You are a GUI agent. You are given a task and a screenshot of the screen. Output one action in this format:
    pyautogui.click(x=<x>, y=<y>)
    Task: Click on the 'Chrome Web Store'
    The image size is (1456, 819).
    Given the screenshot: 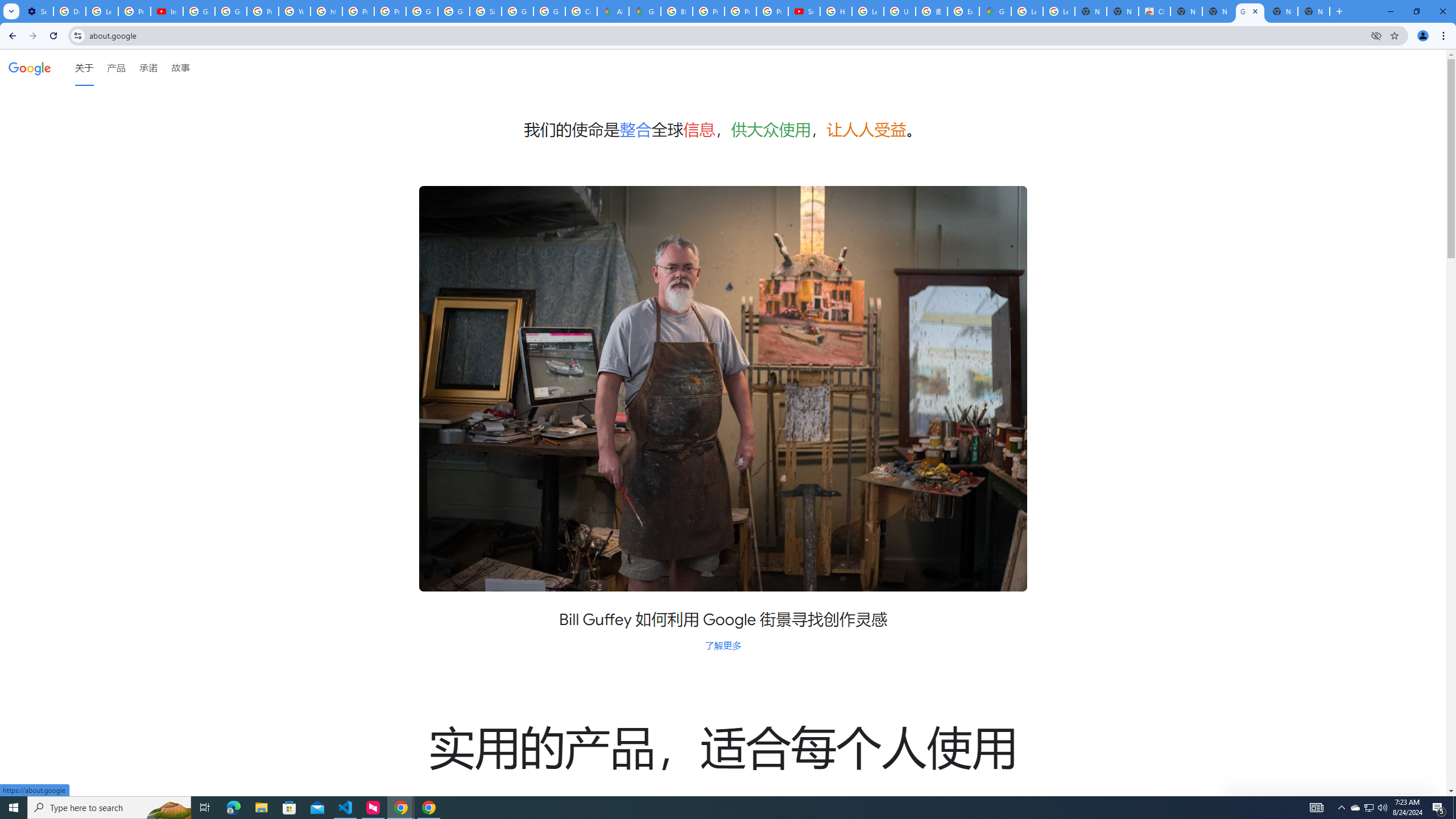 What is the action you would take?
    pyautogui.click(x=1155, y=11)
    